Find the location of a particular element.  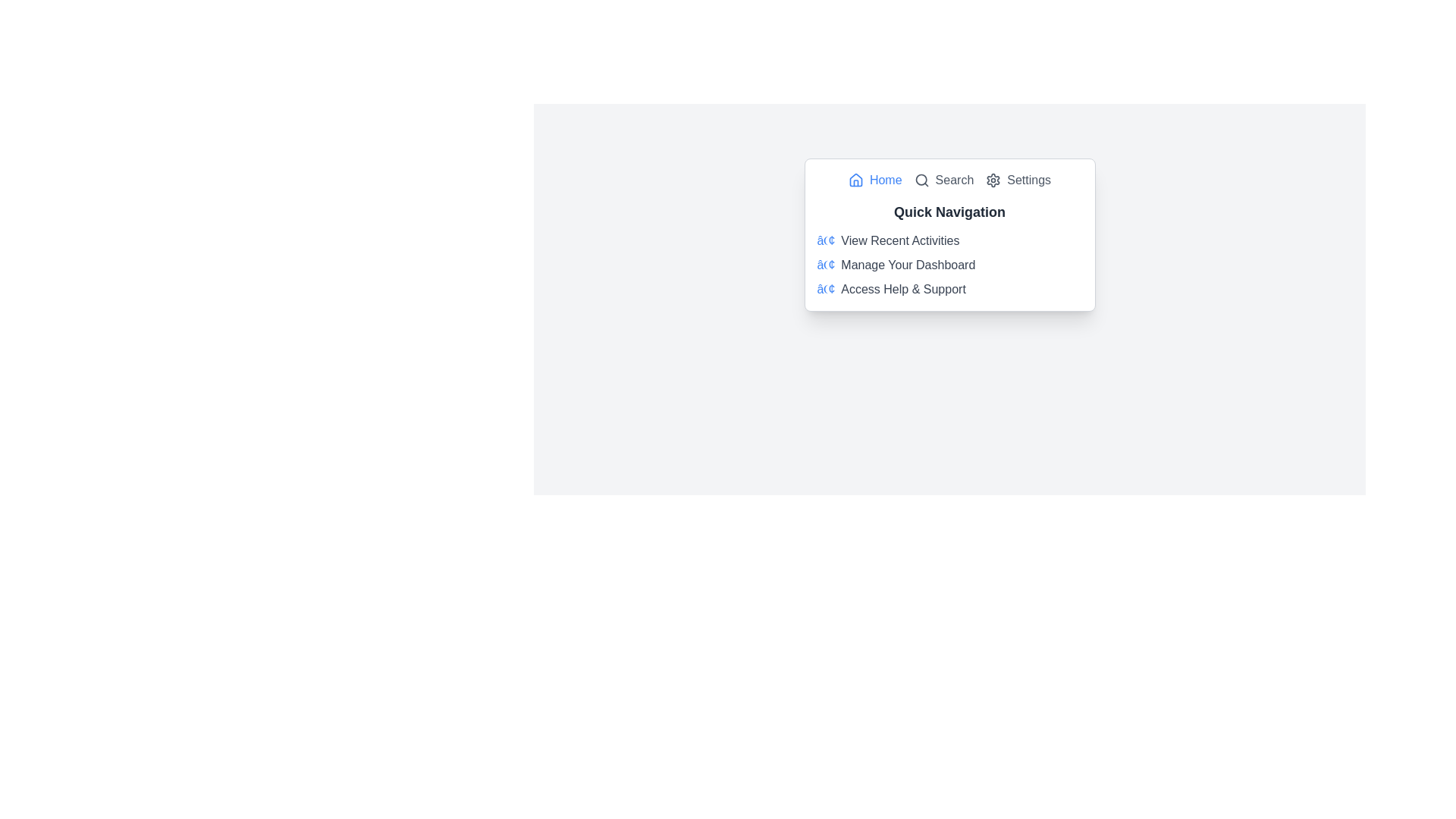

the 'Search' button with a magnifying glass icon located in the center of the interface is located at coordinates (943, 180).